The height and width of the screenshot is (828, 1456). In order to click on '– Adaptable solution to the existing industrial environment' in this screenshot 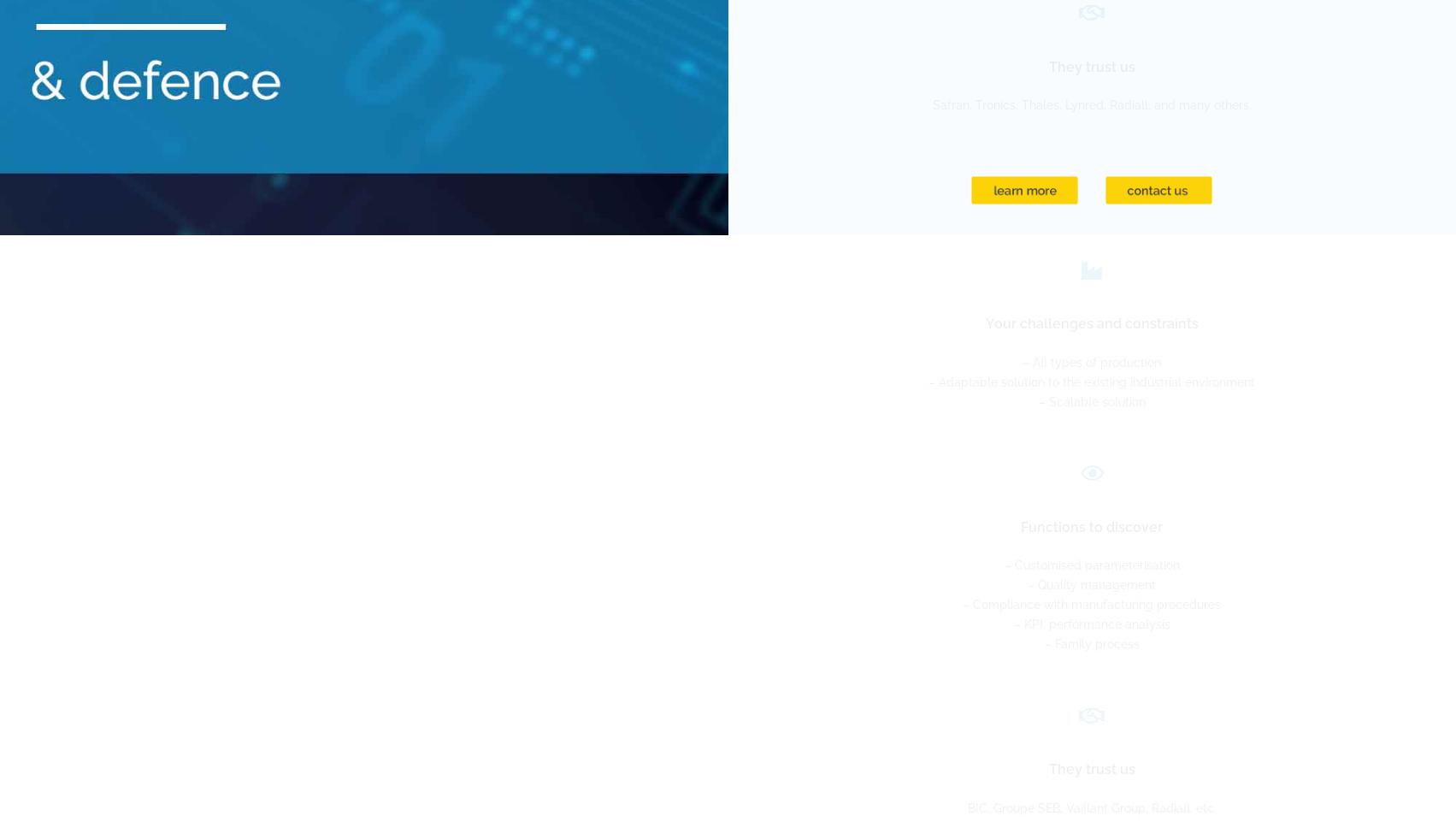, I will do `click(1091, 380)`.